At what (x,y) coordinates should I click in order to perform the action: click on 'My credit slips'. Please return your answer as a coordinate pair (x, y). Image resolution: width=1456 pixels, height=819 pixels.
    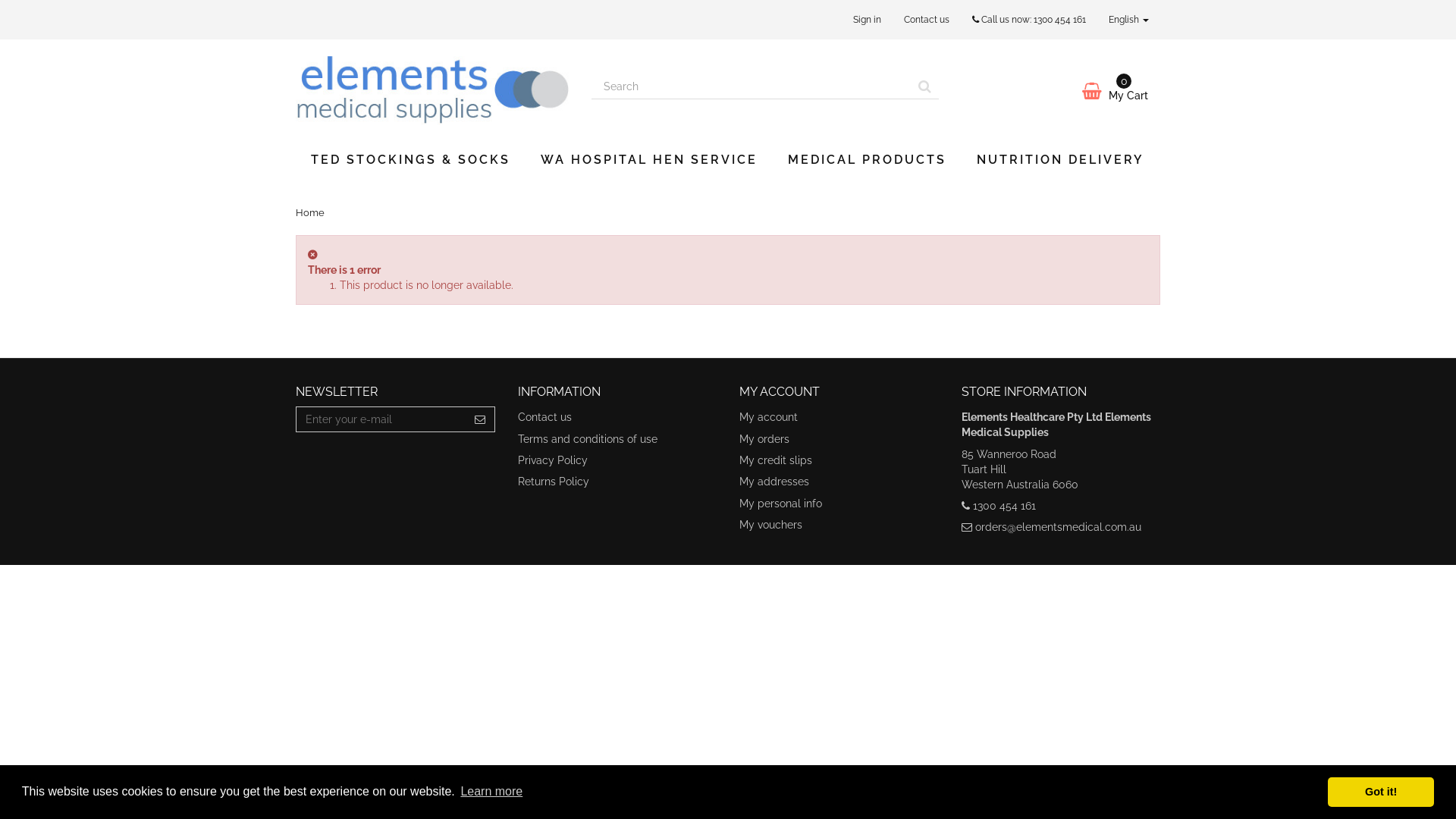
    Looking at the image, I should click on (775, 459).